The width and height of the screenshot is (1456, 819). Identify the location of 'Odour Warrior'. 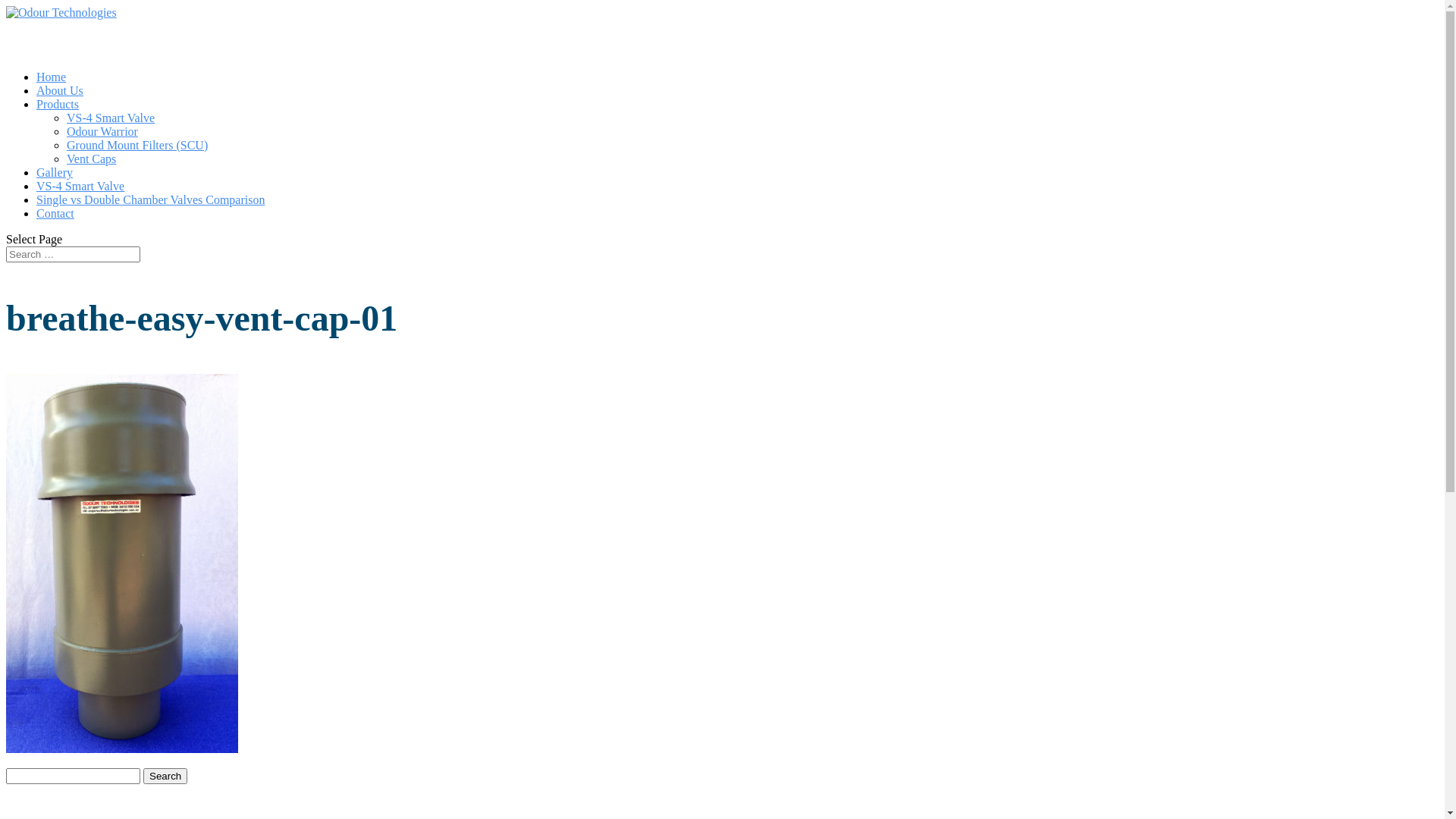
(101, 130).